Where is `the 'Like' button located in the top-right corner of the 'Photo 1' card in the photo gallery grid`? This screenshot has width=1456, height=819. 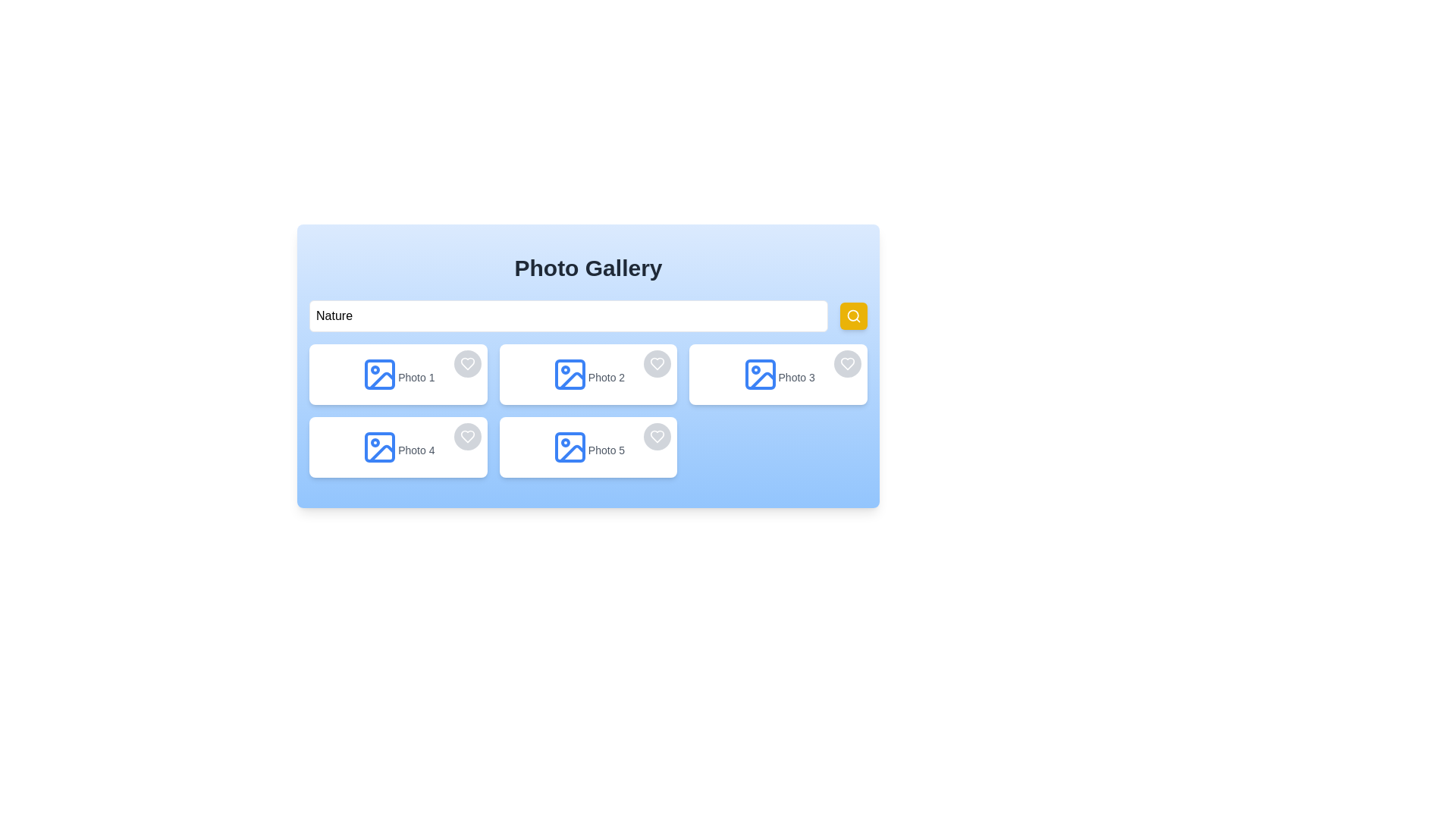
the 'Like' button located in the top-right corner of the 'Photo 1' card in the photo gallery grid is located at coordinates (466, 363).